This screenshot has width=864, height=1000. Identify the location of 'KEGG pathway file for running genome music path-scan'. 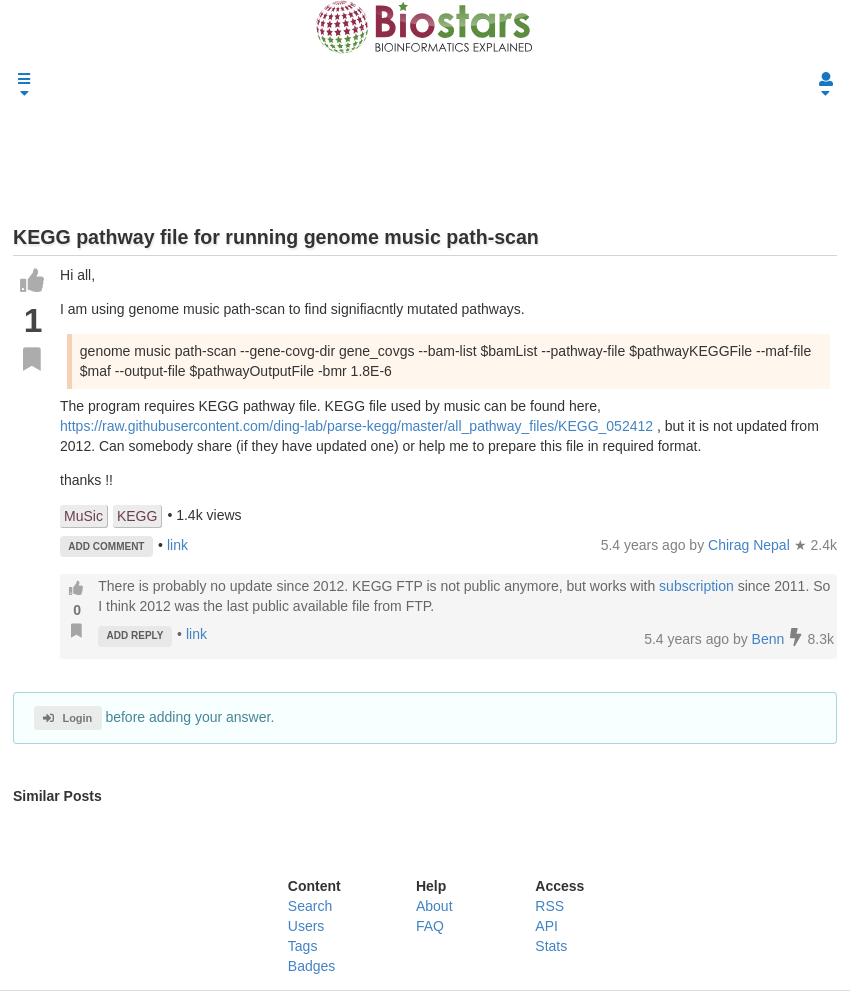
(275, 235).